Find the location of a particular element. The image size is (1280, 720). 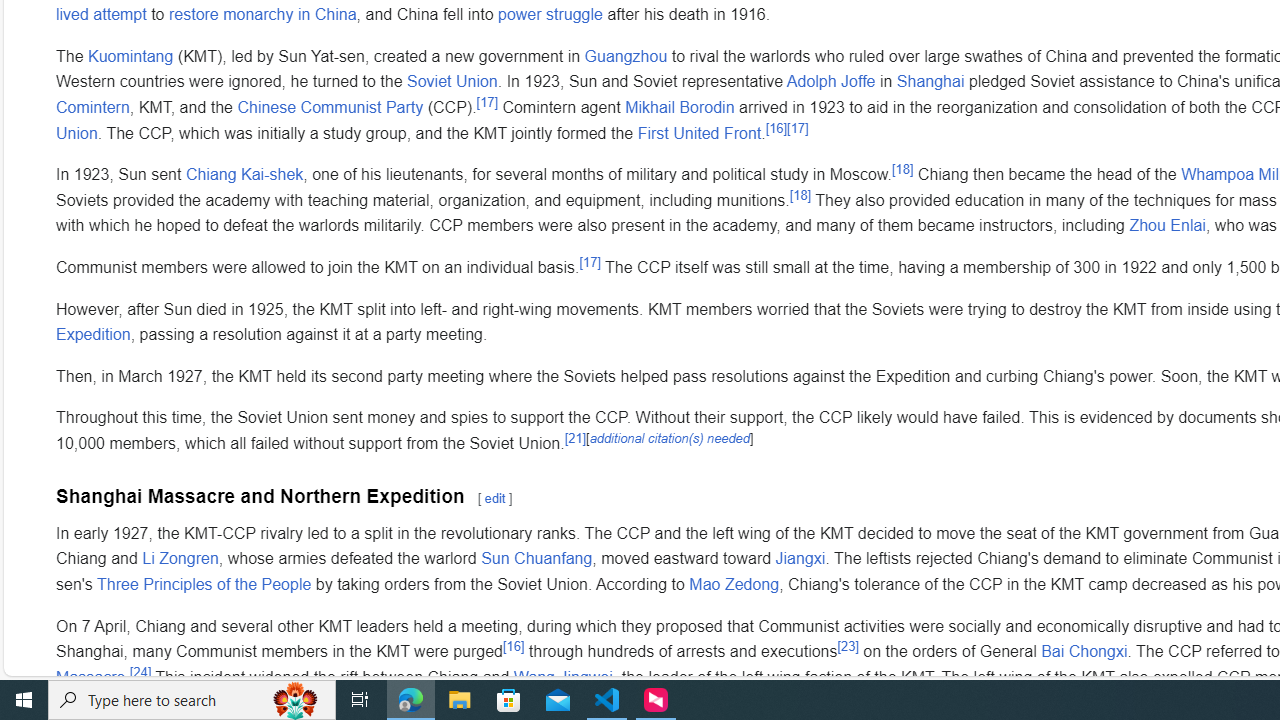

'Adolph Joffe' is located at coordinates (830, 80).